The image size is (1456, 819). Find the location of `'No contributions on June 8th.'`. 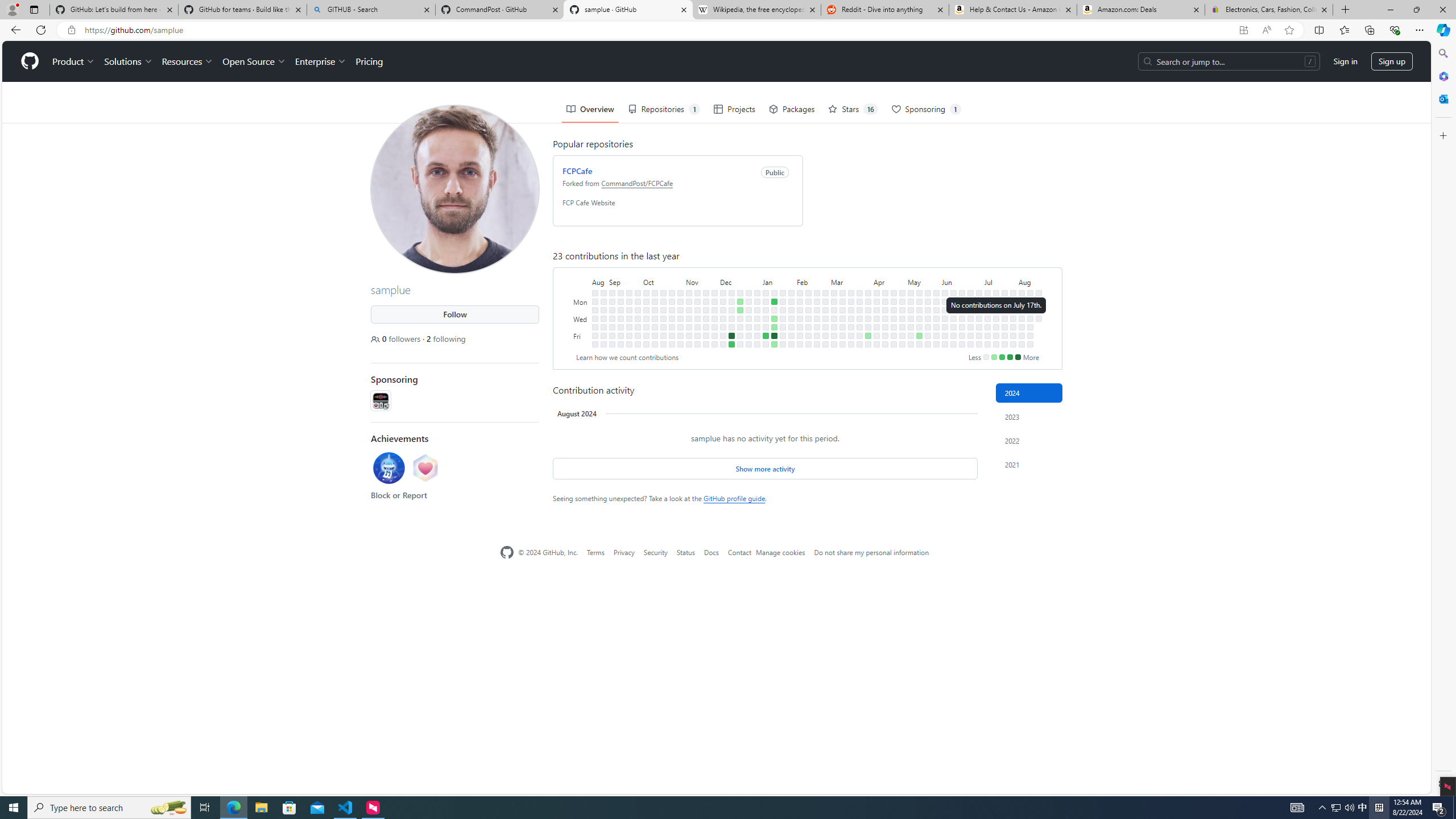

'No contributions on June 8th.' is located at coordinates (944, 344).